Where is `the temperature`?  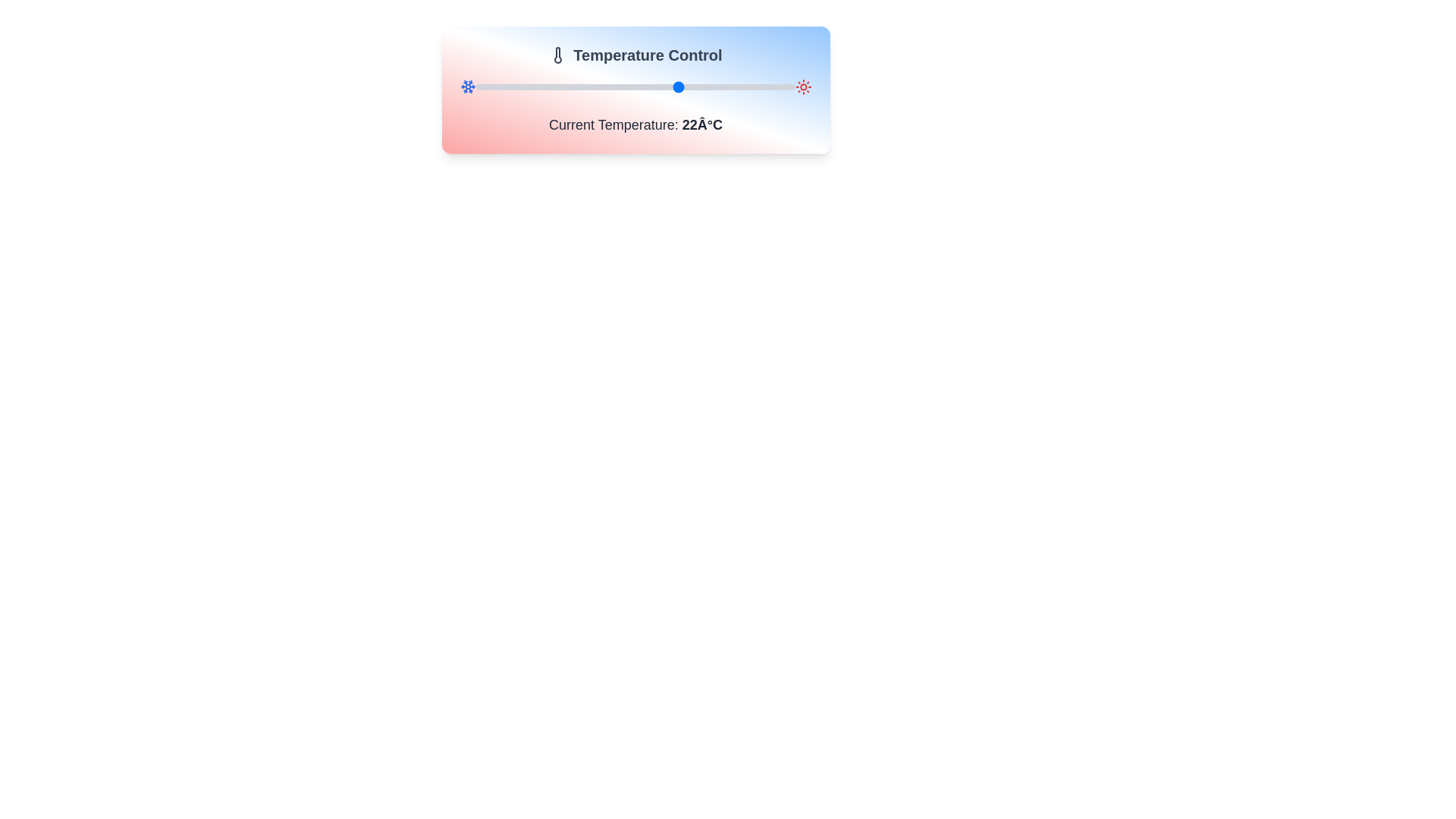 the temperature is located at coordinates (673, 87).